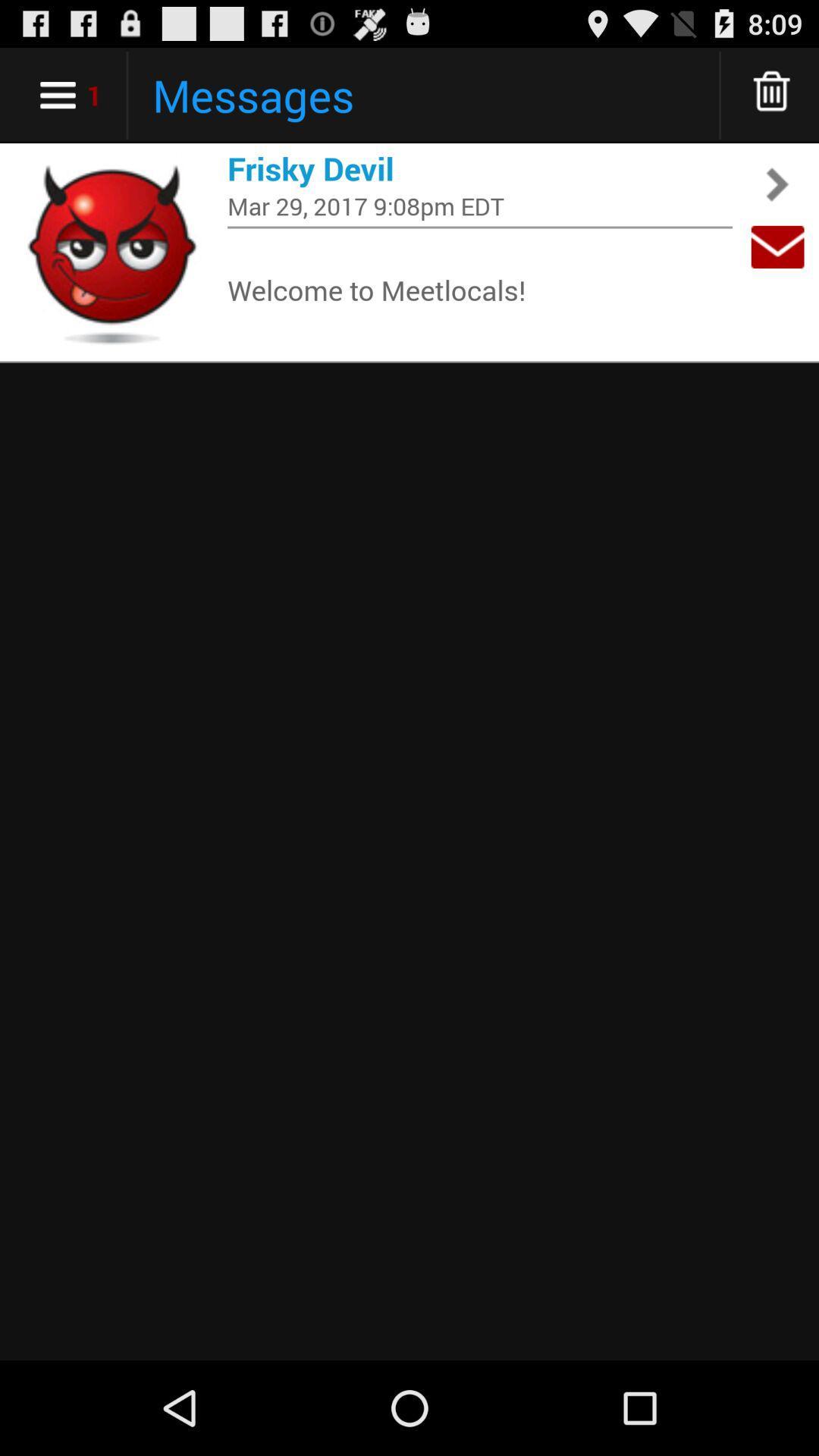 This screenshot has height=1456, width=819. I want to click on item above welcome to meetlocals icon, so click(479, 226).